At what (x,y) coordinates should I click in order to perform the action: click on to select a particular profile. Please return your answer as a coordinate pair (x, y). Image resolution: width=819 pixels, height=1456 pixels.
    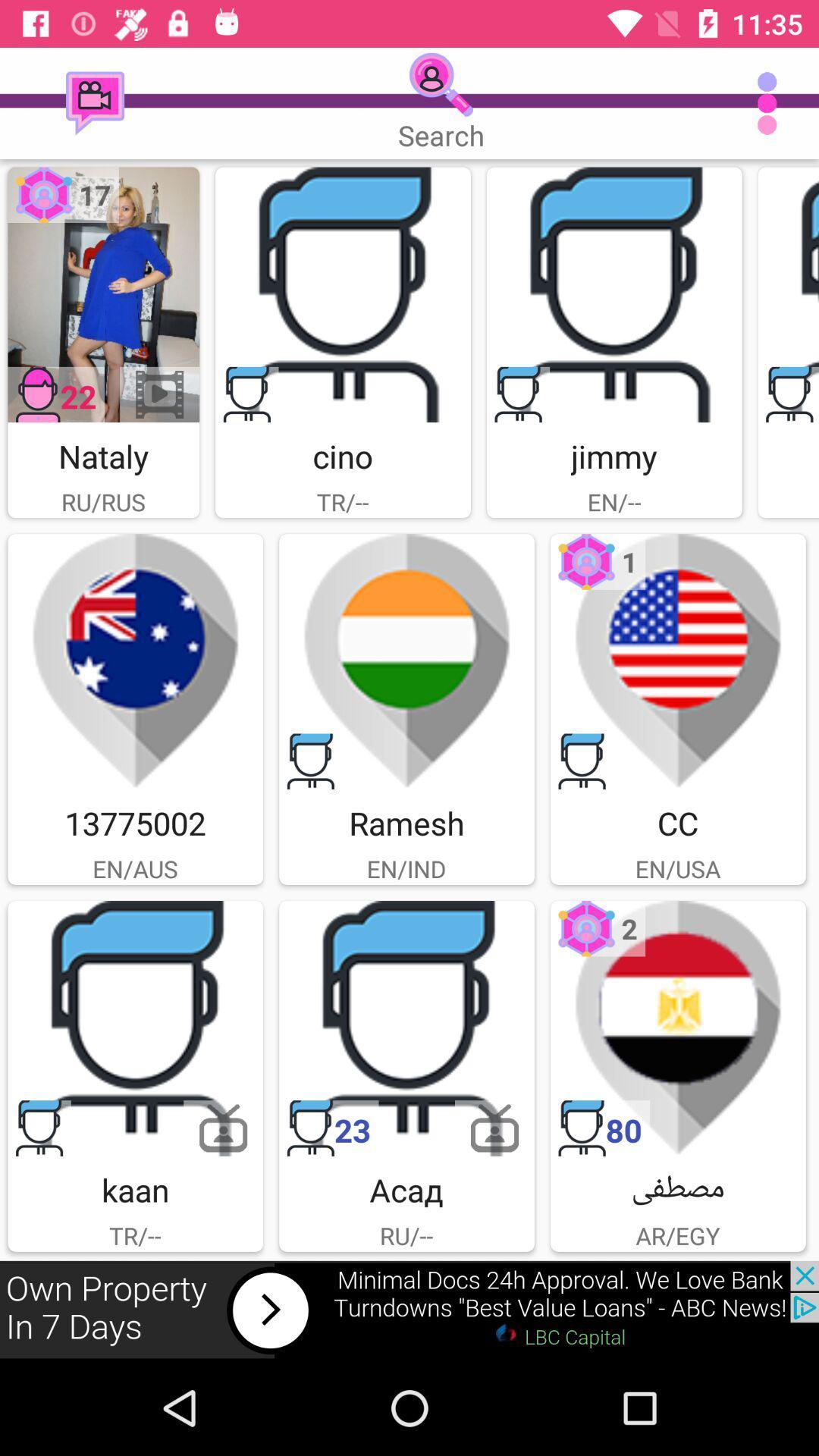
    Looking at the image, I should click on (134, 1028).